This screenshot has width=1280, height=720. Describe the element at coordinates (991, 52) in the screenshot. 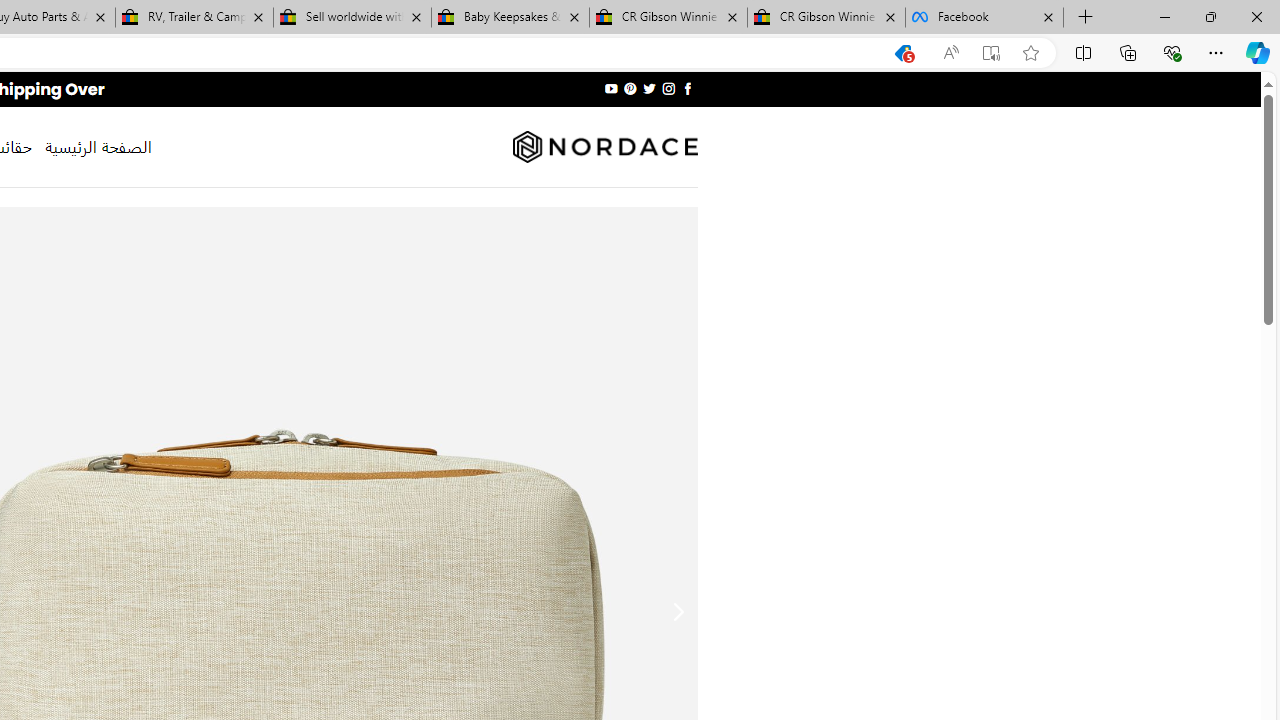

I see `'Enter Immersive Reader (F9)'` at that location.